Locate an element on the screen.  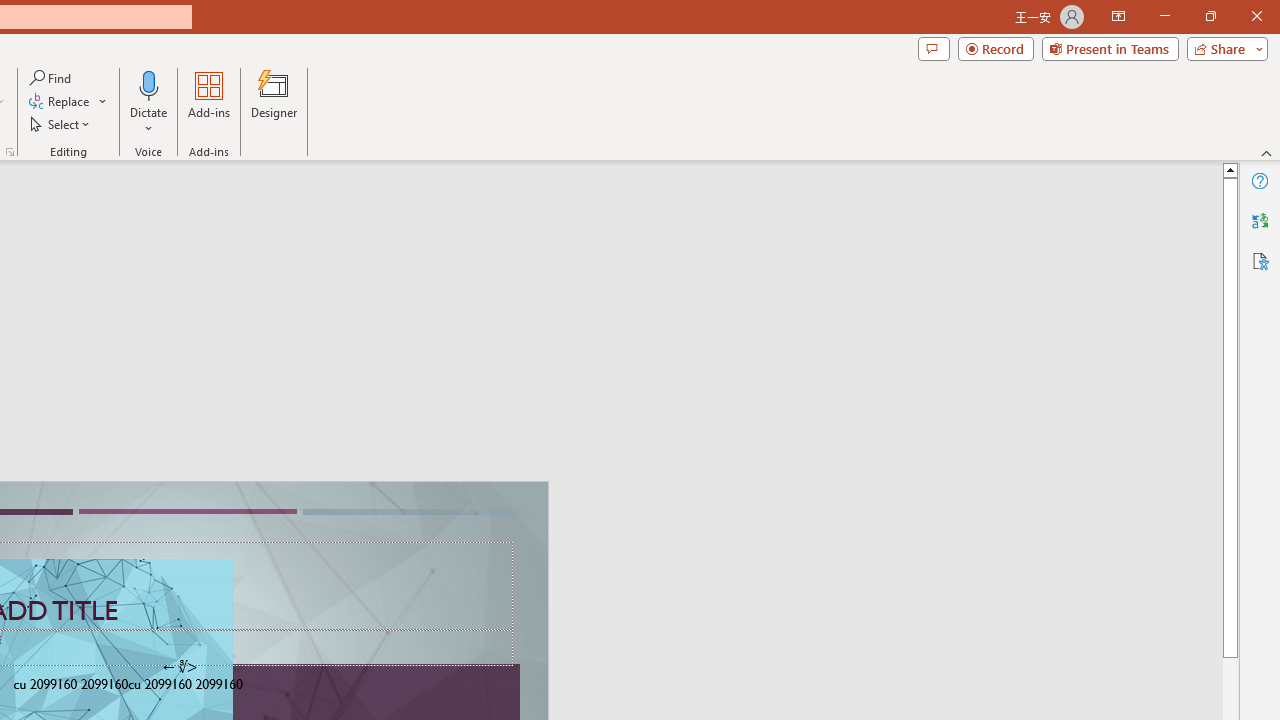
'Dictate' is located at coordinates (148, 103).